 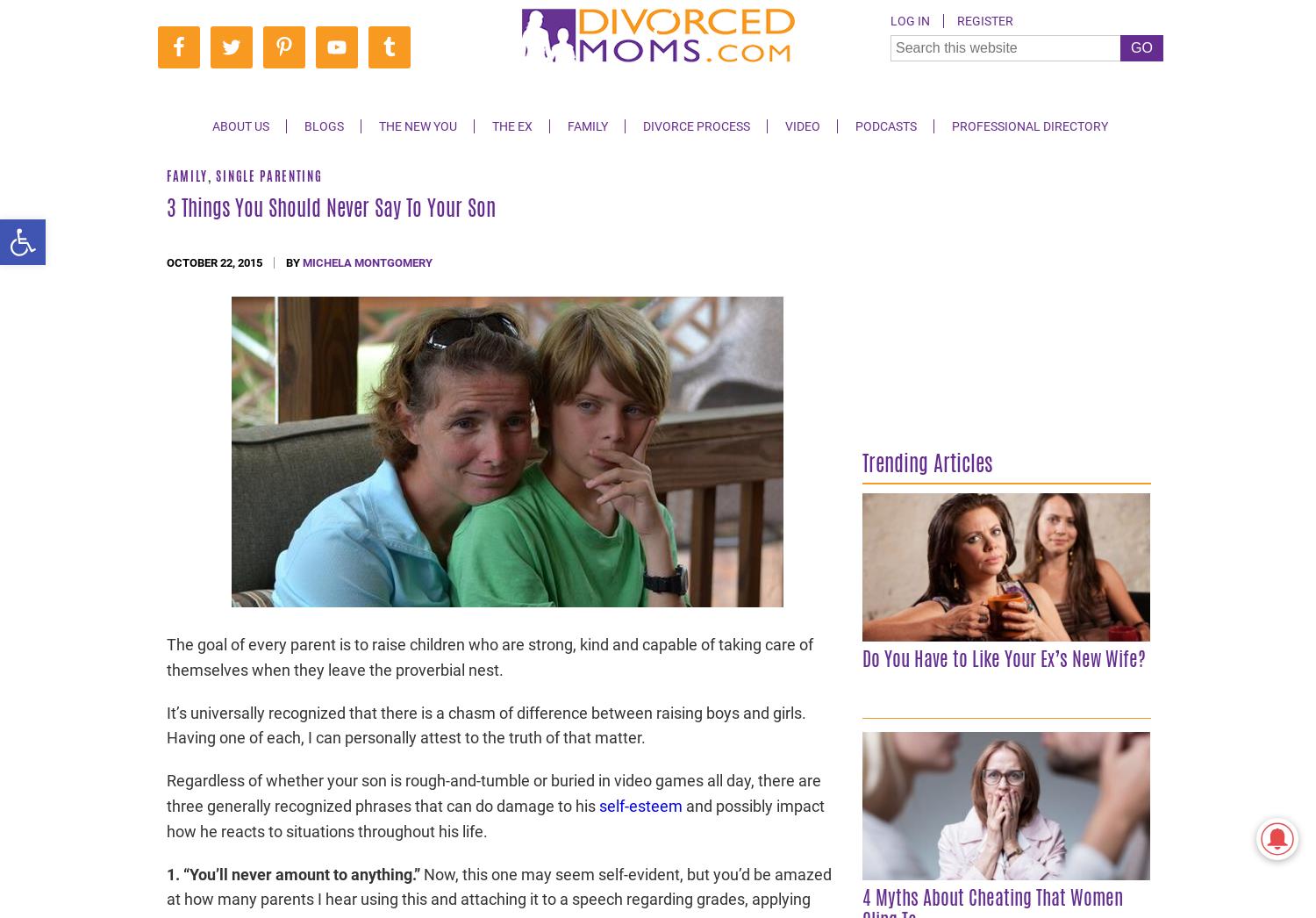 I want to click on 'and possibly impact how he reacts to situations throughout his life.', so click(x=495, y=818).